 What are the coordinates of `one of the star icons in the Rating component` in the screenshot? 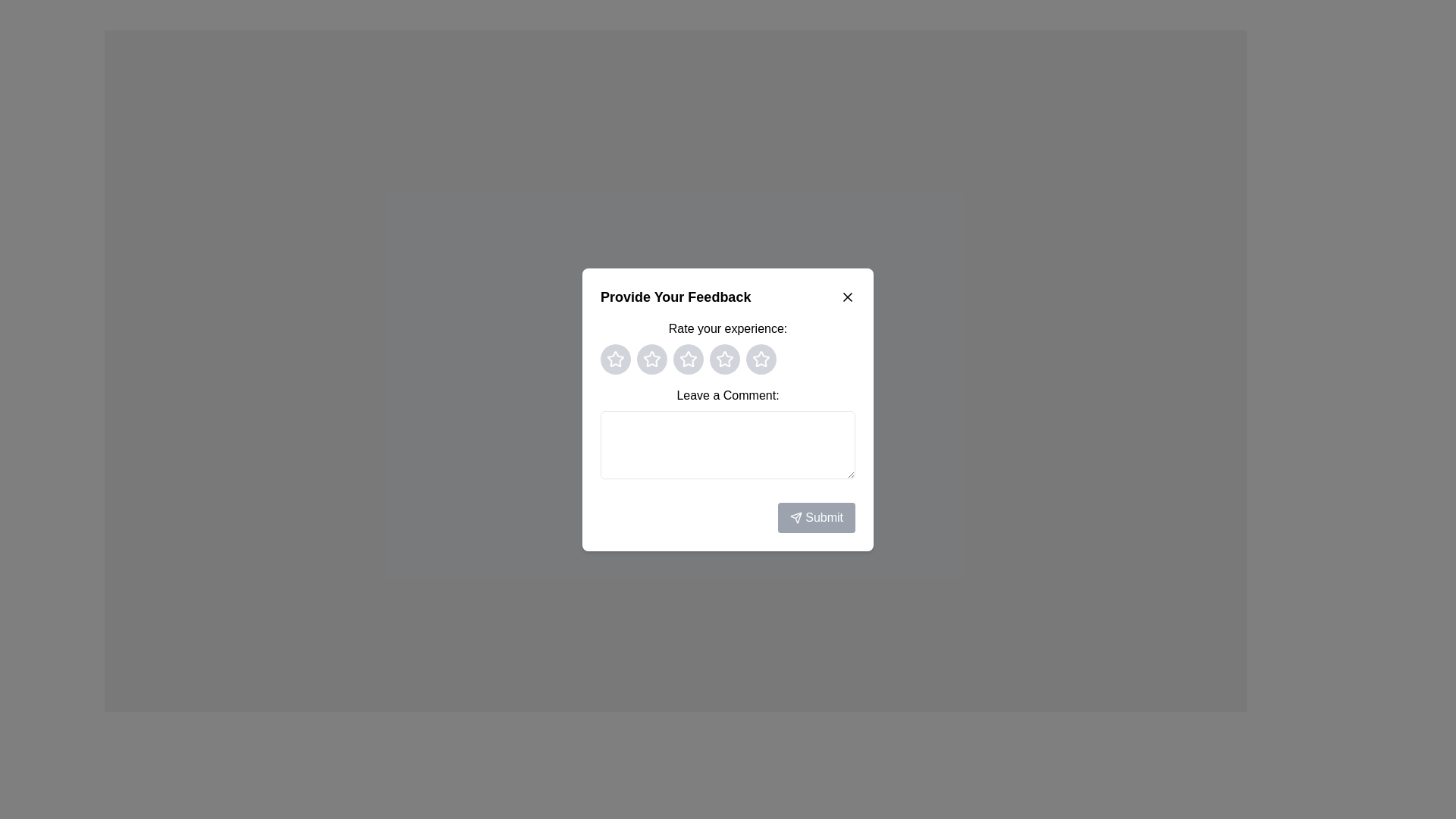 It's located at (728, 347).